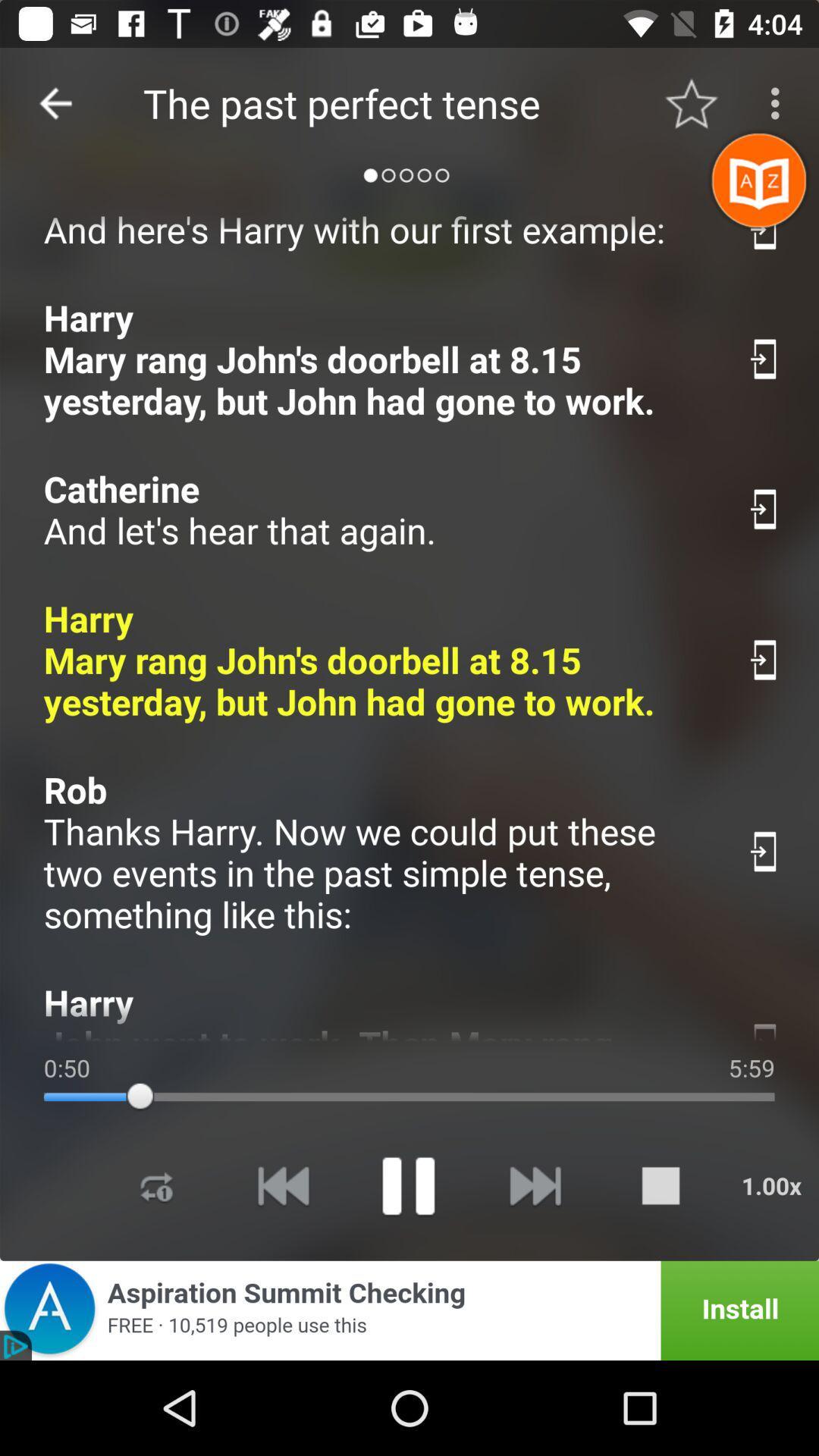 This screenshot has width=819, height=1456. I want to click on the page of an advertisement, so click(409, 1310).